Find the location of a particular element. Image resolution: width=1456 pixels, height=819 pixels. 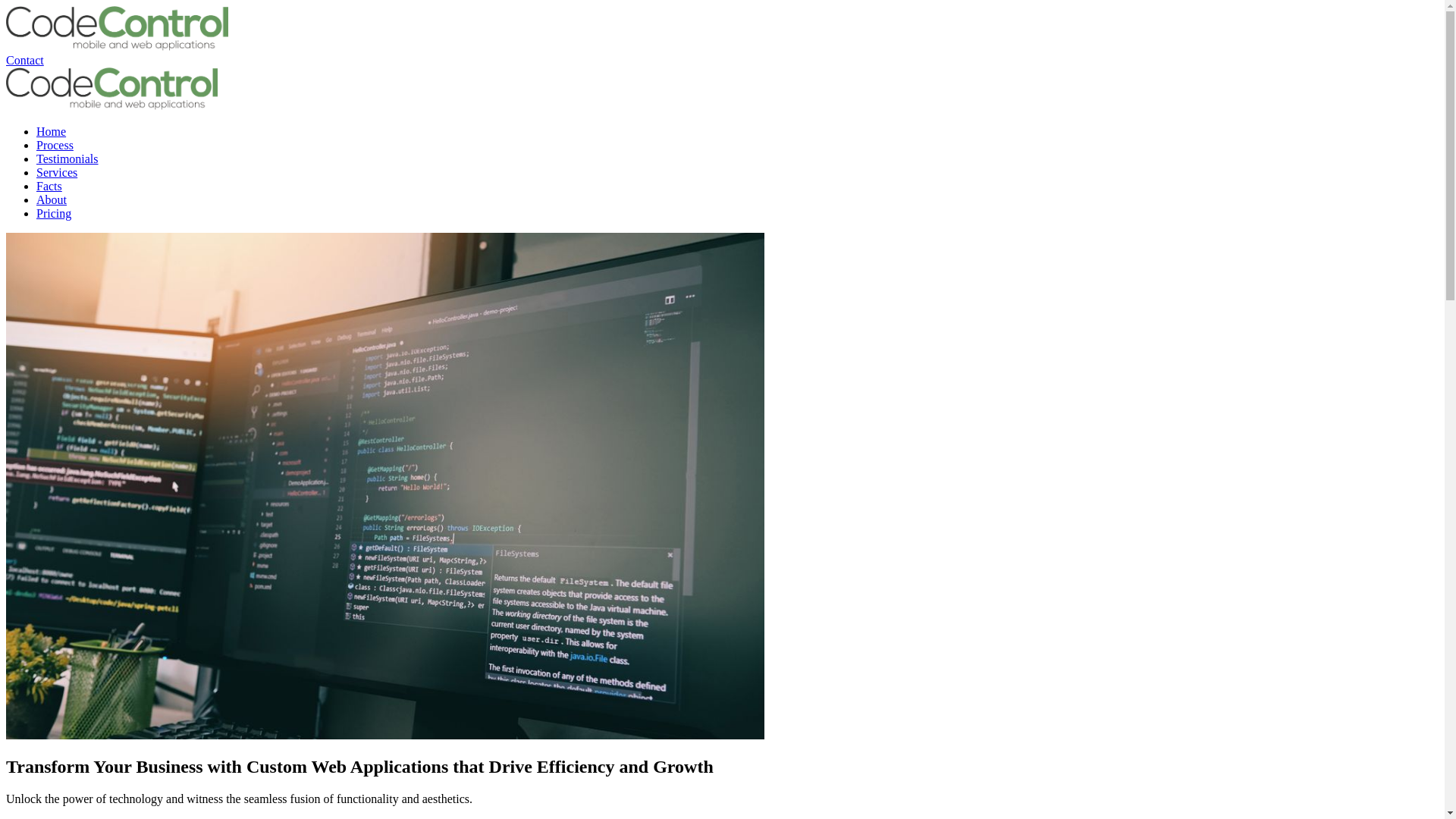

'Contact' is located at coordinates (25, 59).